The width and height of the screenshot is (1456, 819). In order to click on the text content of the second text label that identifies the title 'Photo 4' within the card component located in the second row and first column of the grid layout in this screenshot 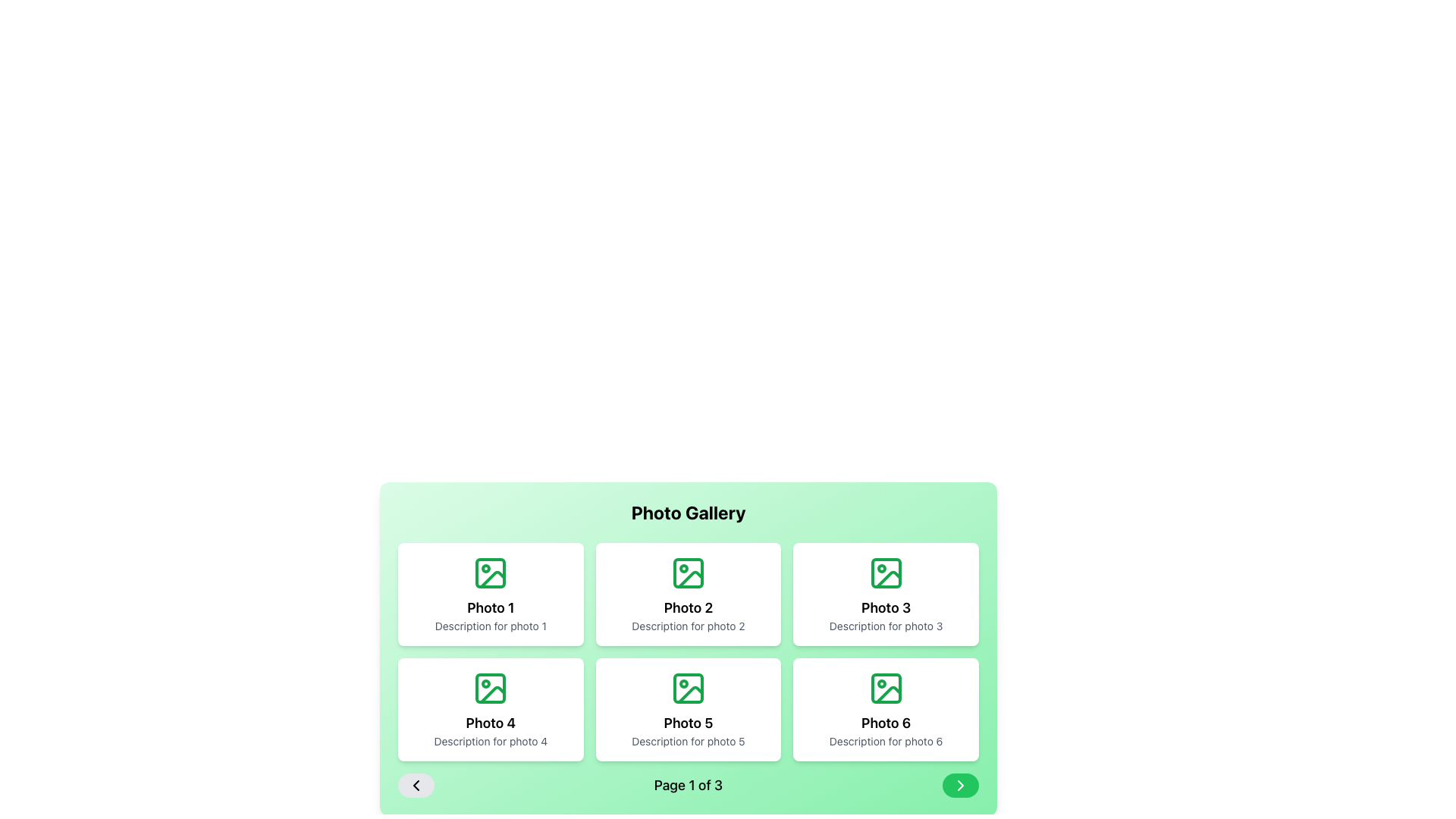, I will do `click(491, 722)`.